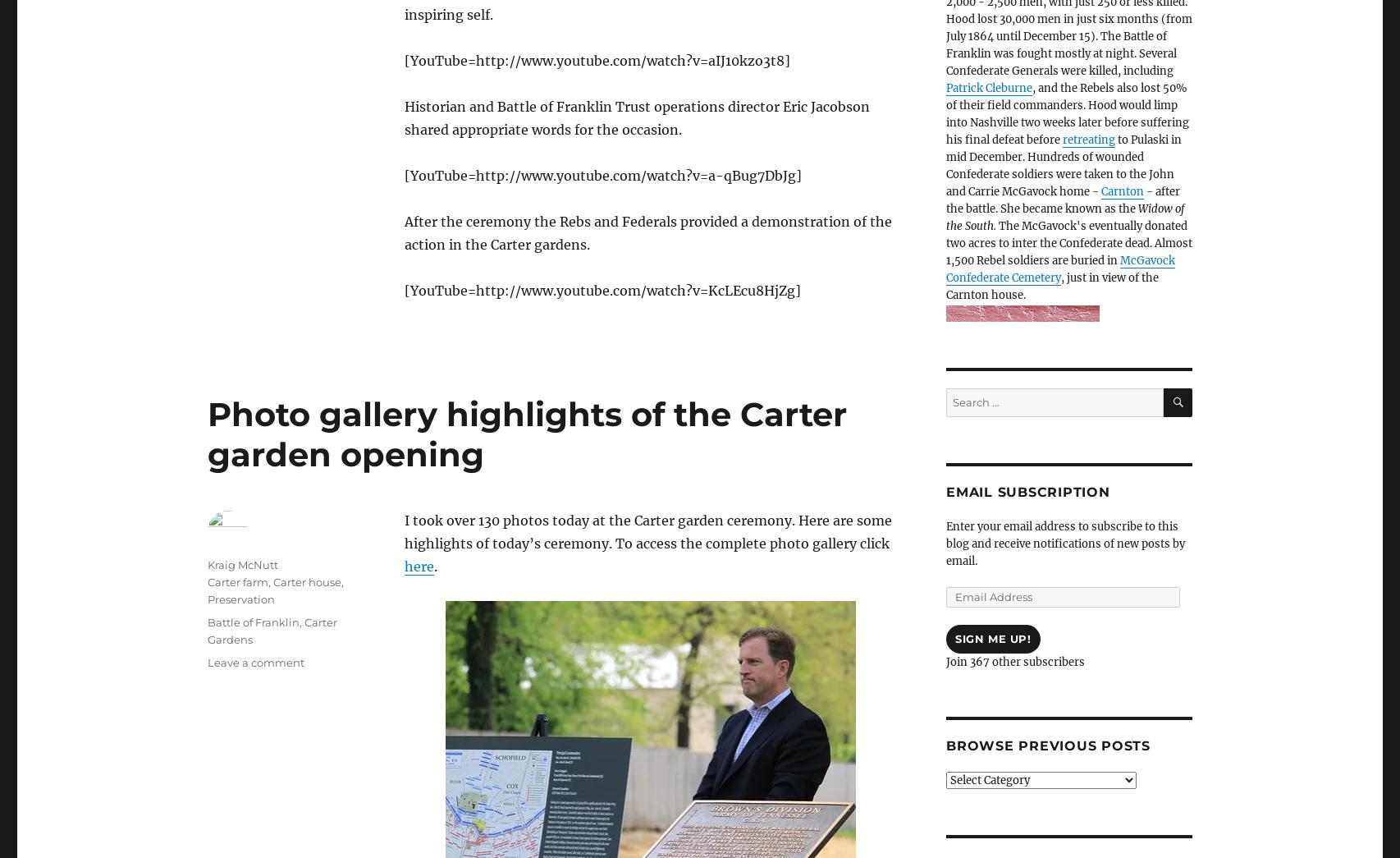 This screenshot has height=858, width=1400. Describe the element at coordinates (253, 621) in the screenshot. I see `'Battle of Franklin'` at that location.